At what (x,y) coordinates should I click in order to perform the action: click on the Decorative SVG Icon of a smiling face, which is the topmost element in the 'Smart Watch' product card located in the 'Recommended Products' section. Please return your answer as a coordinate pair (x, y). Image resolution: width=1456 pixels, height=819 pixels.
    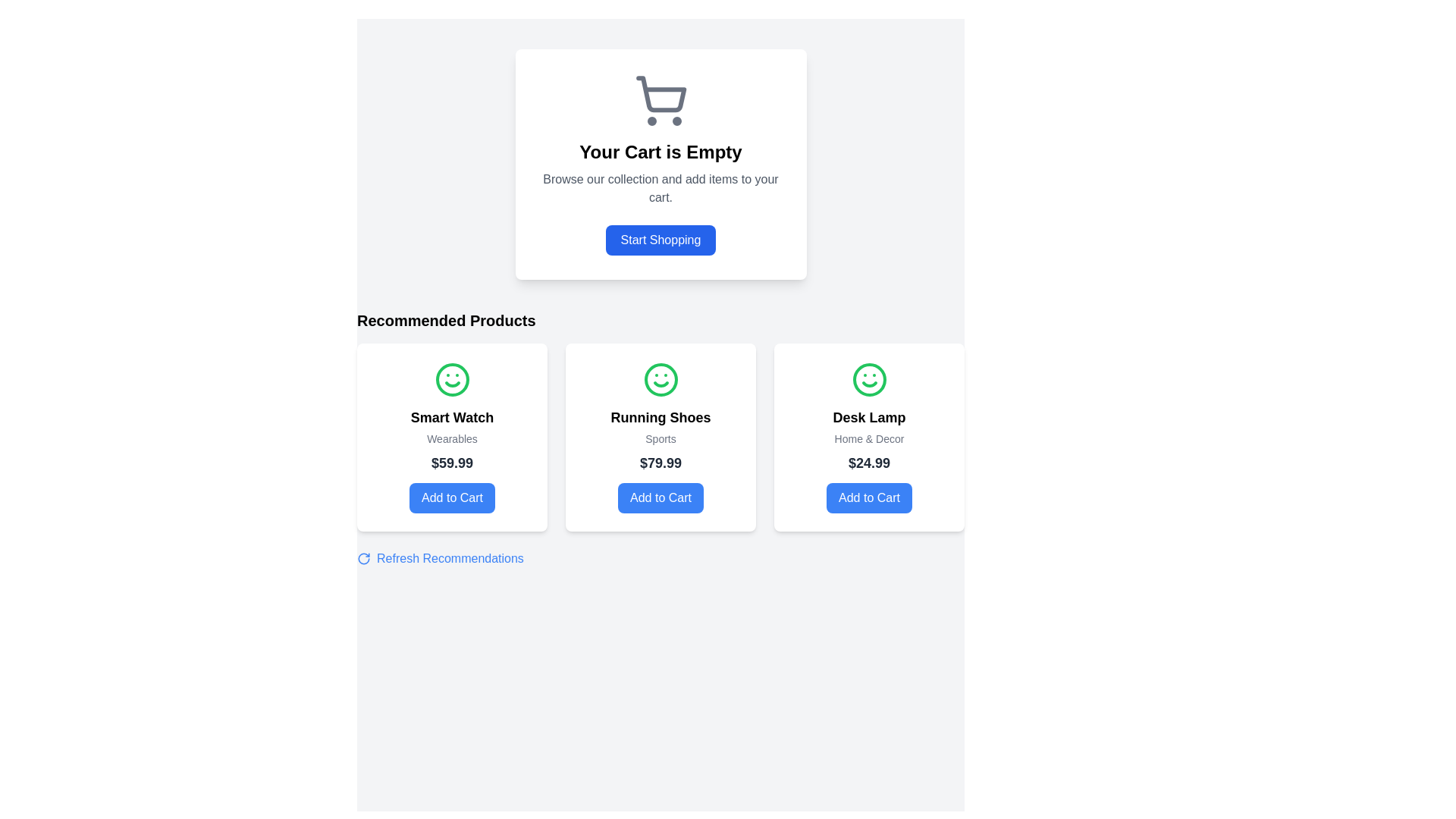
    Looking at the image, I should click on (451, 379).